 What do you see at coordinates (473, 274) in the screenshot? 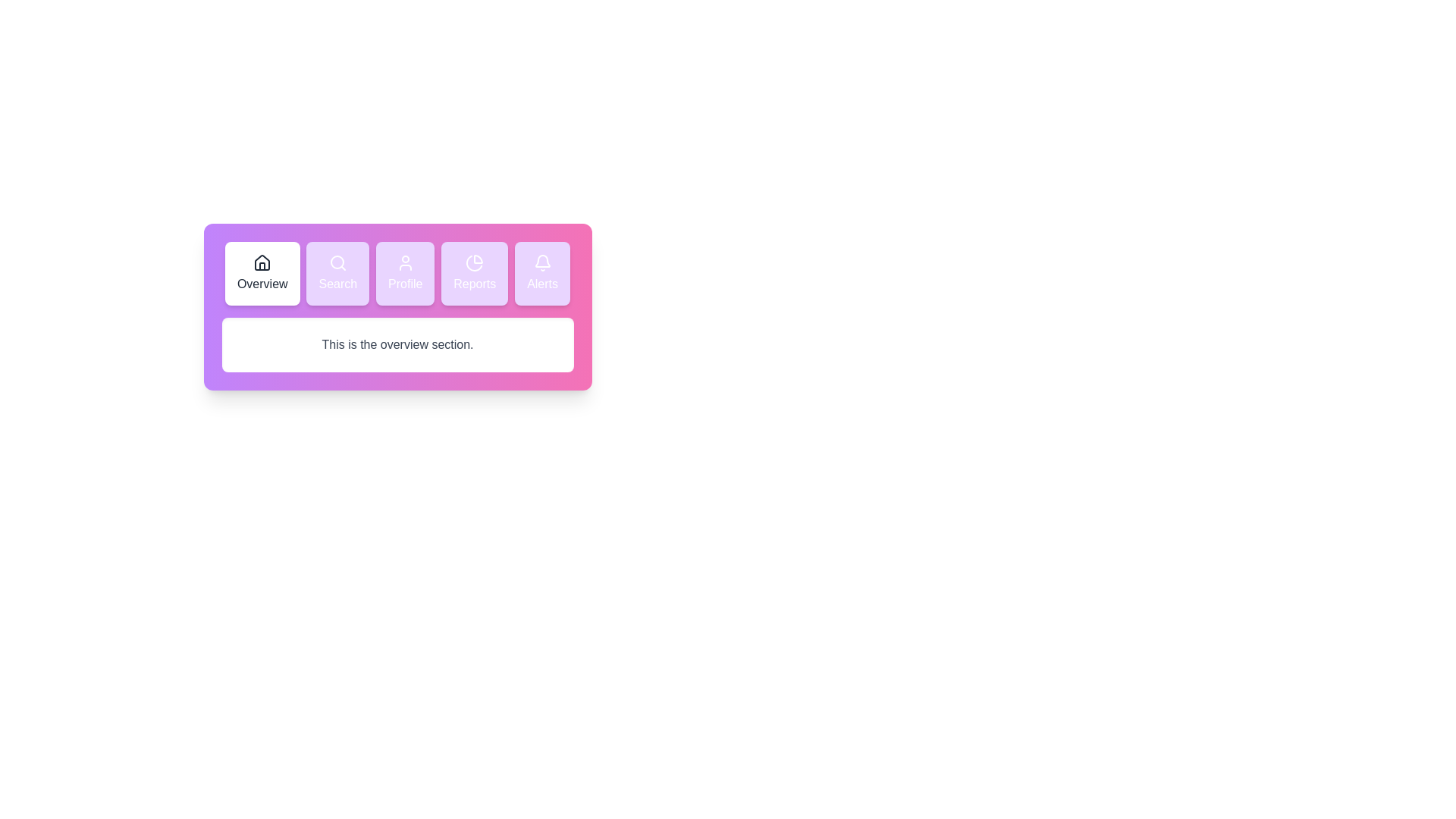
I see `the navigational button located beneath the larger navigation bar` at bounding box center [473, 274].